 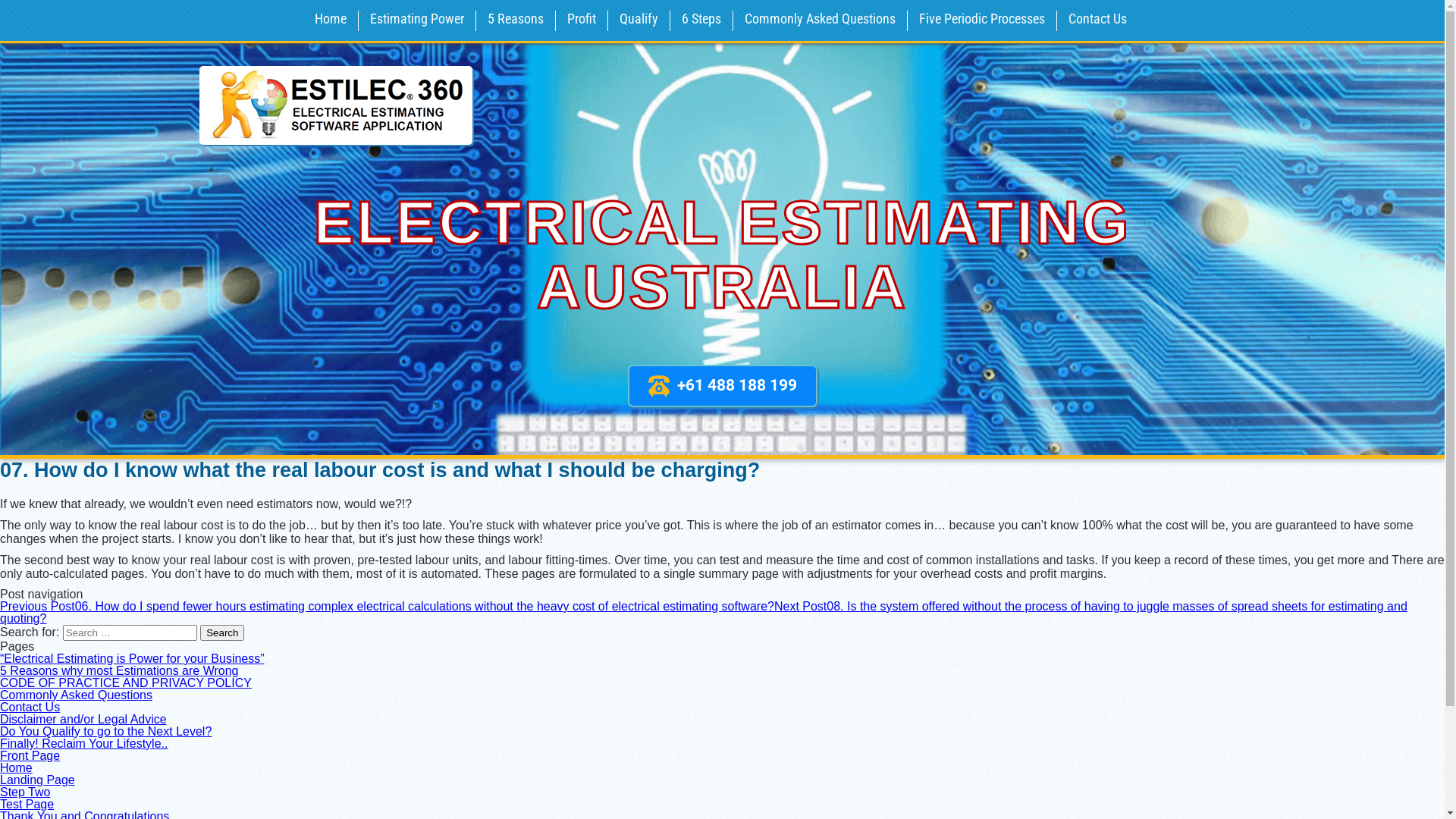 I want to click on 'Test Page', so click(x=0, y=803).